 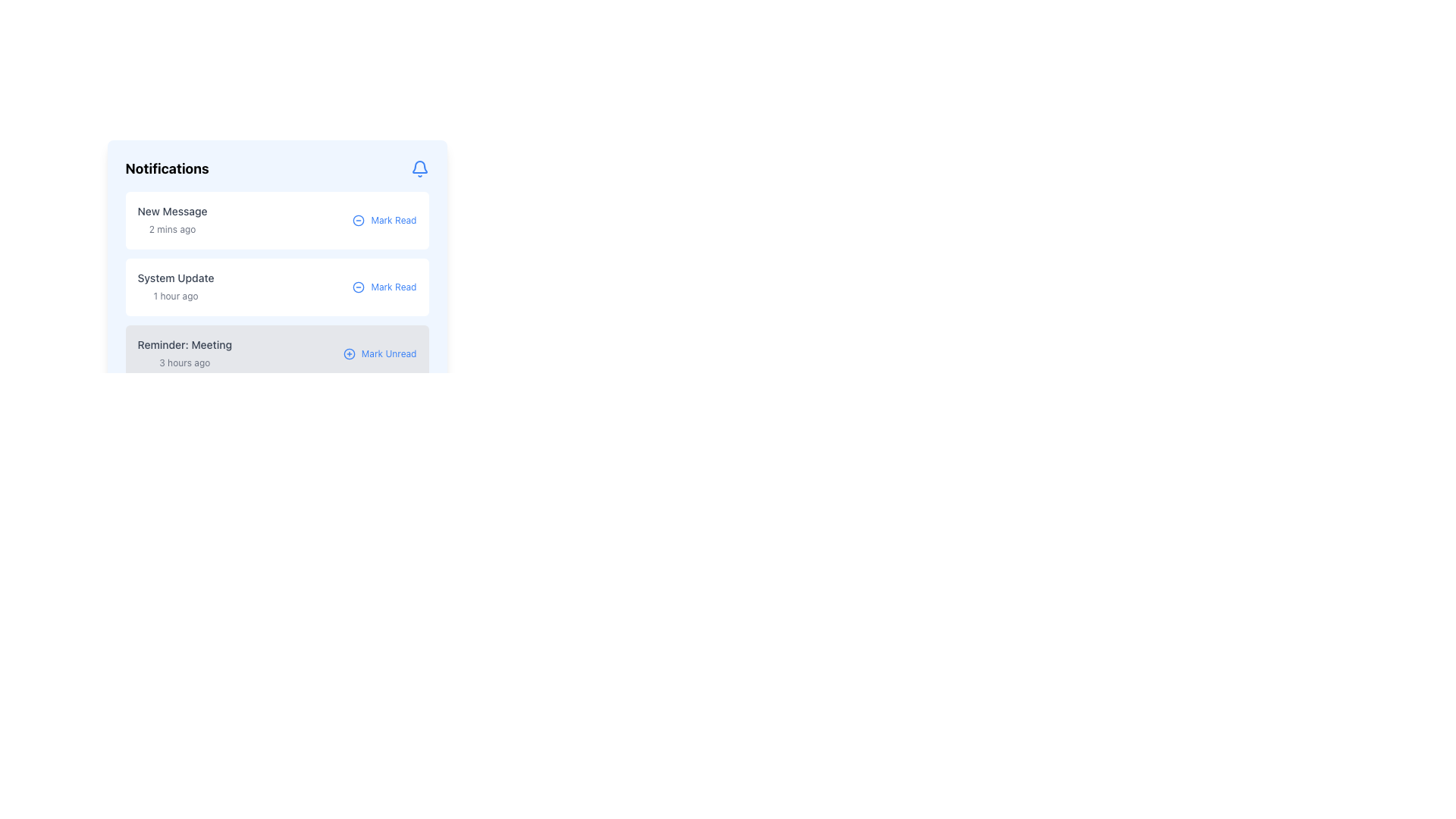 What do you see at coordinates (380, 353) in the screenshot?
I see `the 'Mark Unread' button, which features a blue text and a '+' icon, located in the 'Reminder: Meeting' section of the notification panel` at bounding box center [380, 353].